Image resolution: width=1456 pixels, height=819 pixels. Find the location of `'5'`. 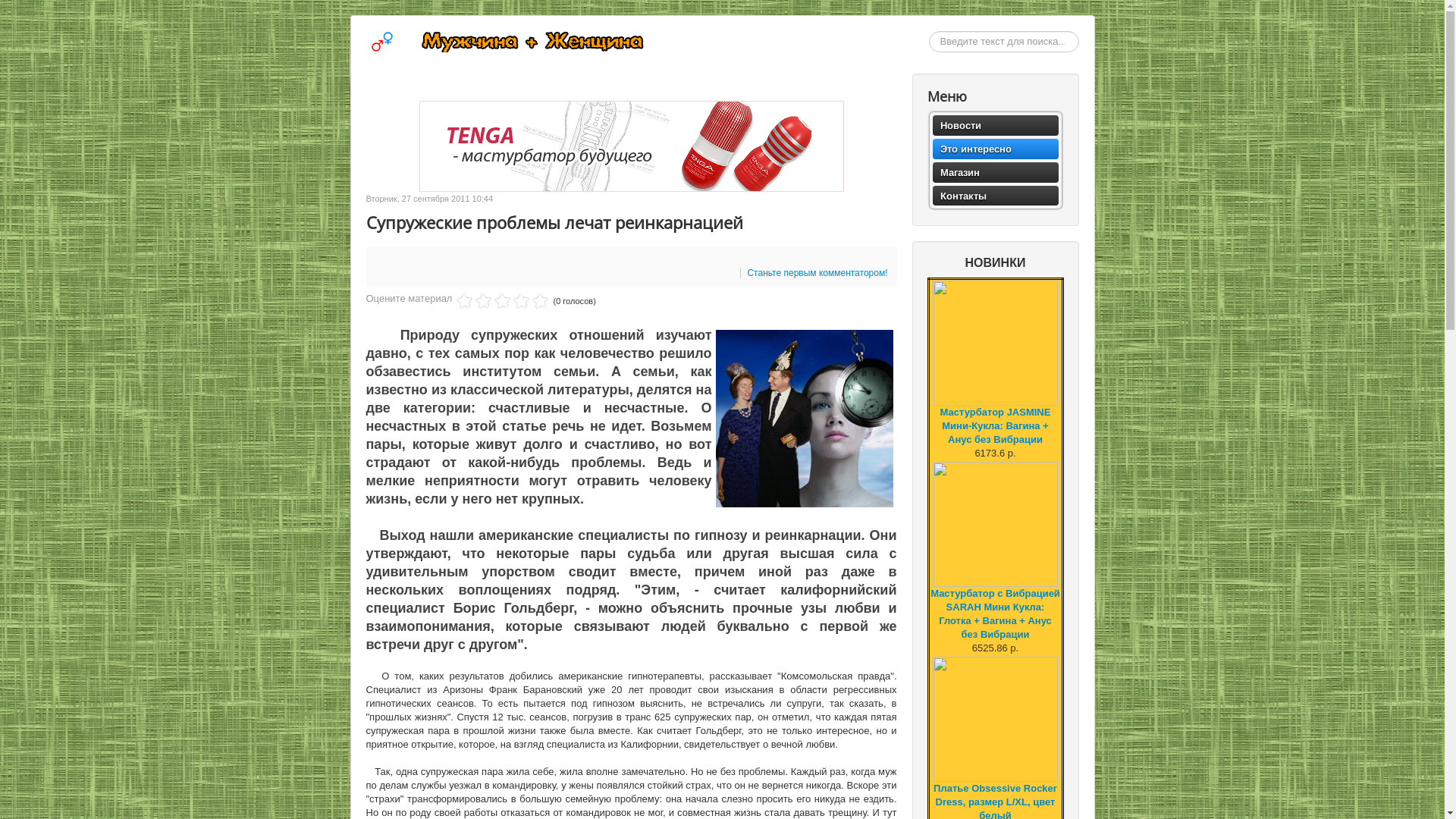

'5' is located at coordinates (502, 301).